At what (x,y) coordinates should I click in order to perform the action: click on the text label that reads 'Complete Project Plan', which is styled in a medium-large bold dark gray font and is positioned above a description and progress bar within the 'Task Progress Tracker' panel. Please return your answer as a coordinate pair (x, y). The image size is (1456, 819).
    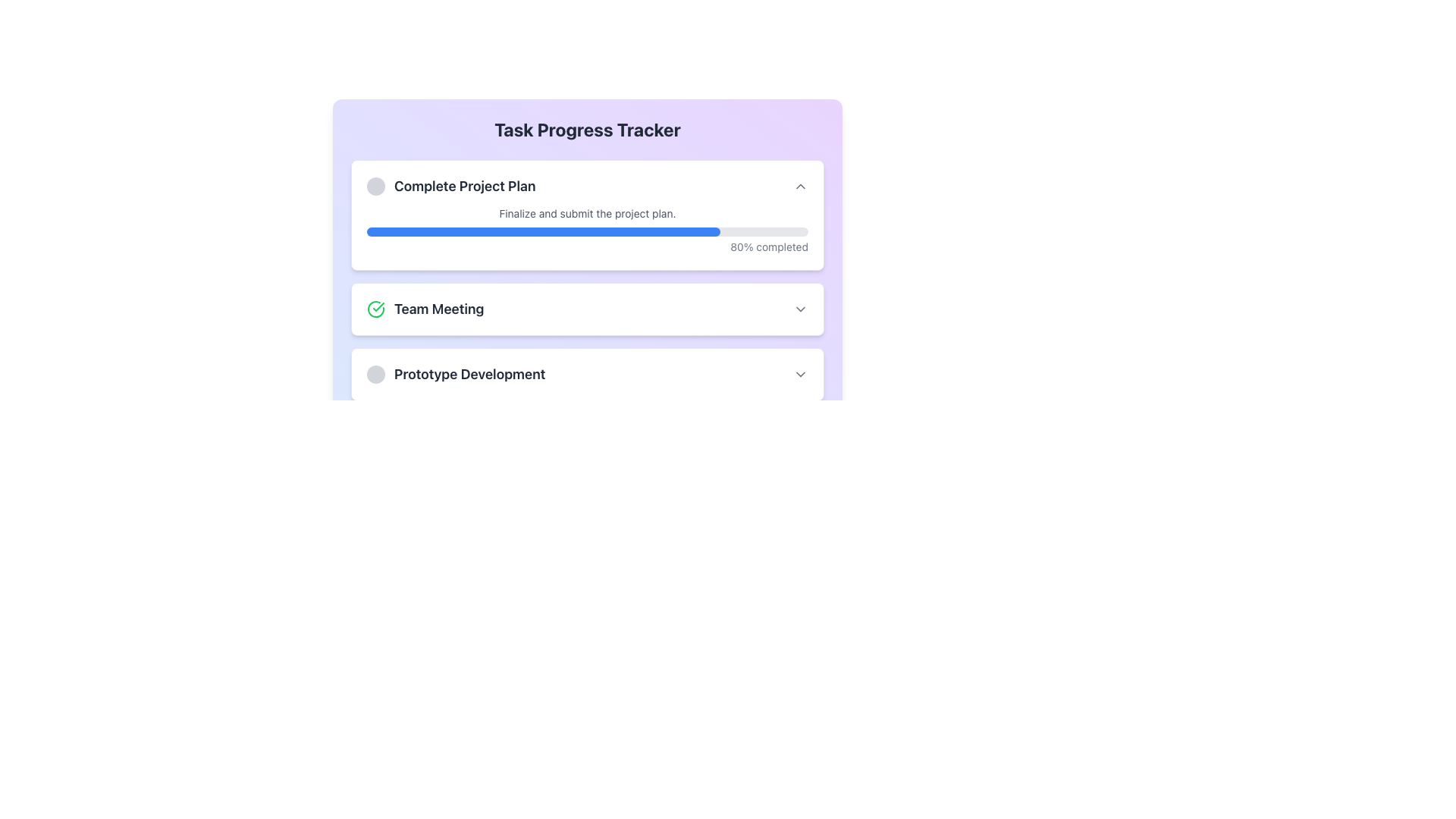
    Looking at the image, I should click on (464, 186).